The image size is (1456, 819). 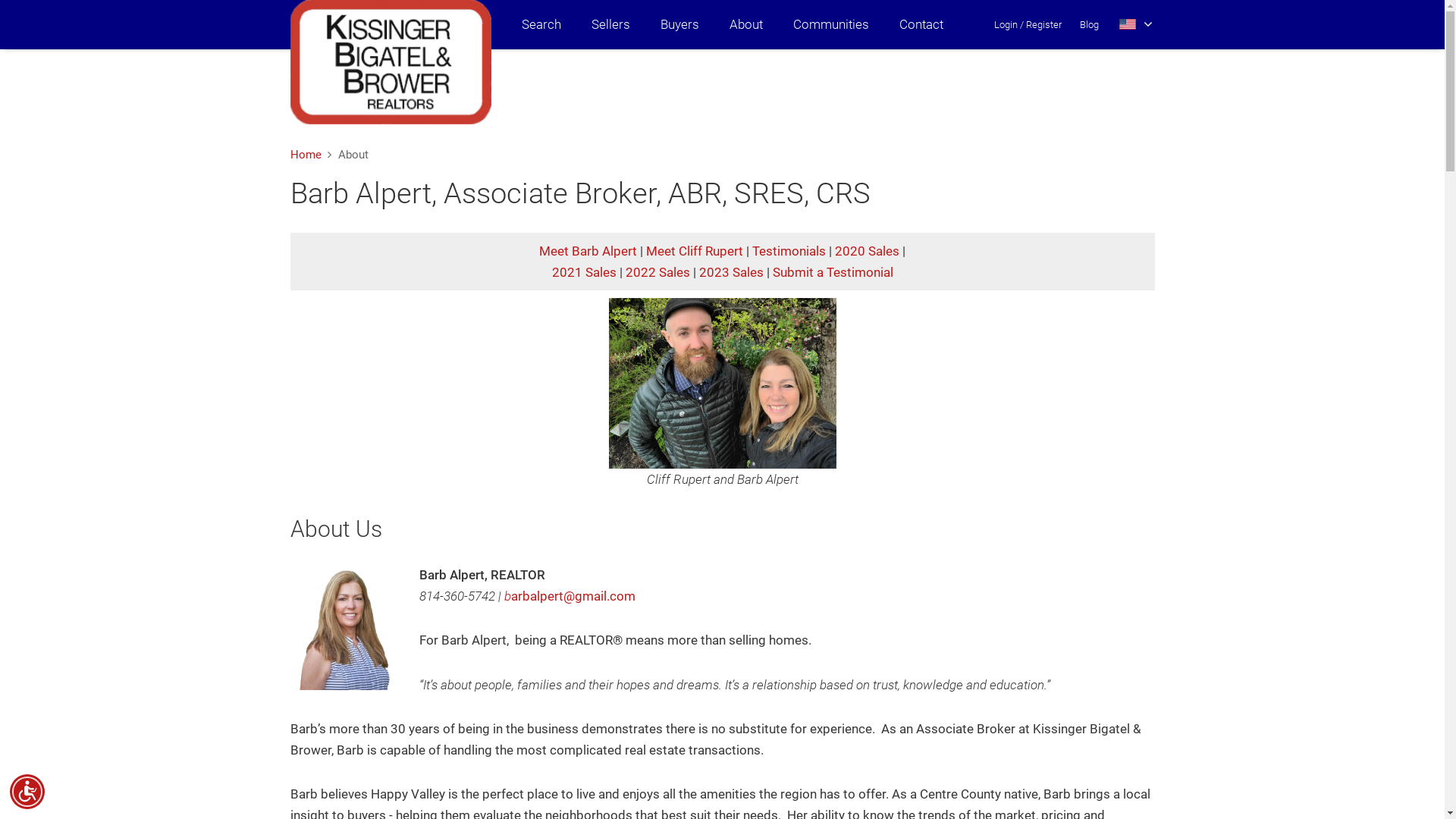 I want to click on 'Select Language', so click(x=1119, y=24).